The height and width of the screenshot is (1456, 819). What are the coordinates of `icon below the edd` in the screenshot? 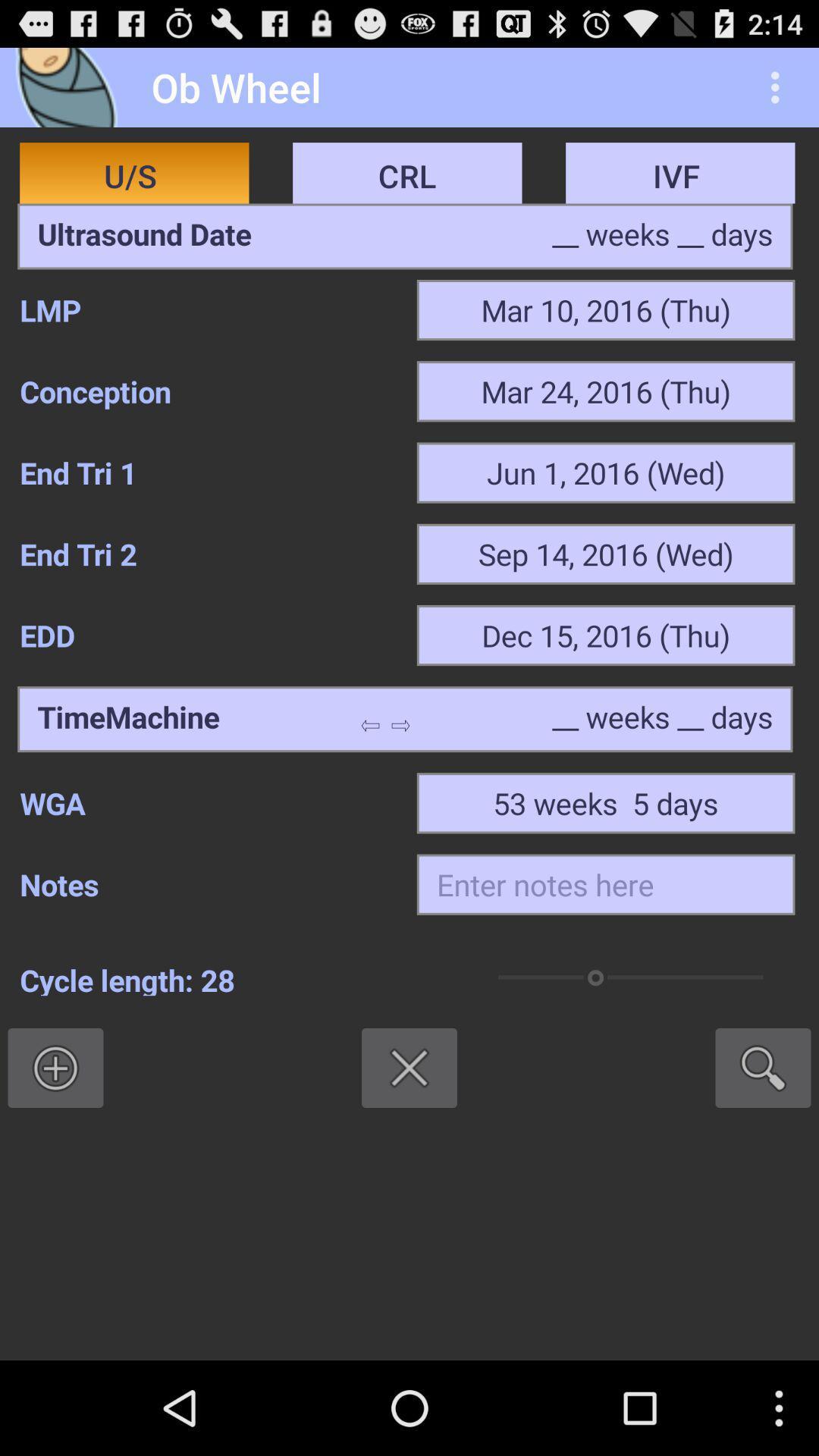 It's located at (127, 718).